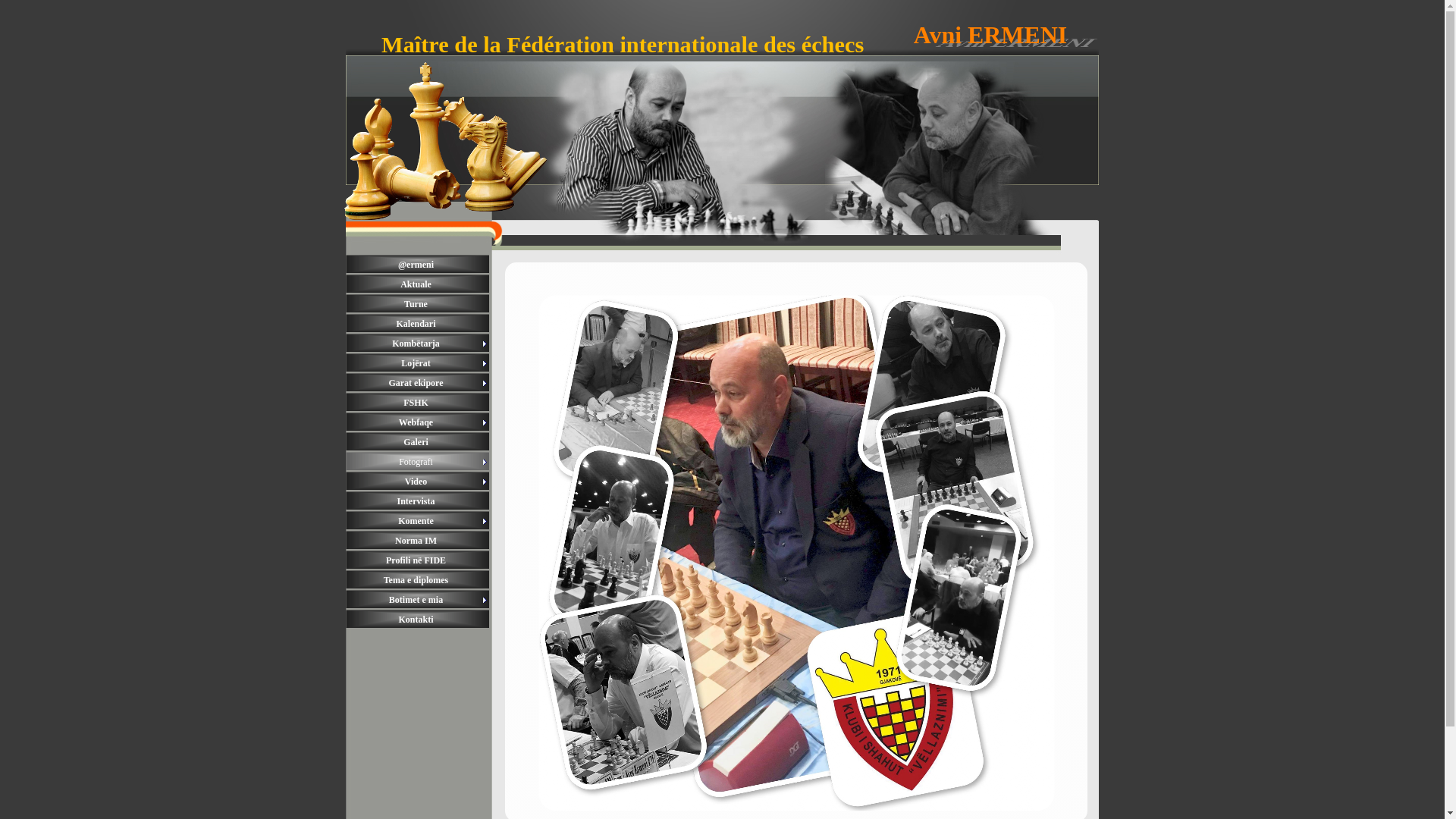 The width and height of the screenshot is (1456, 819). What do you see at coordinates (418, 500) in the screenshot?
I see `'Intervista'` at bounding box center [418, 500].